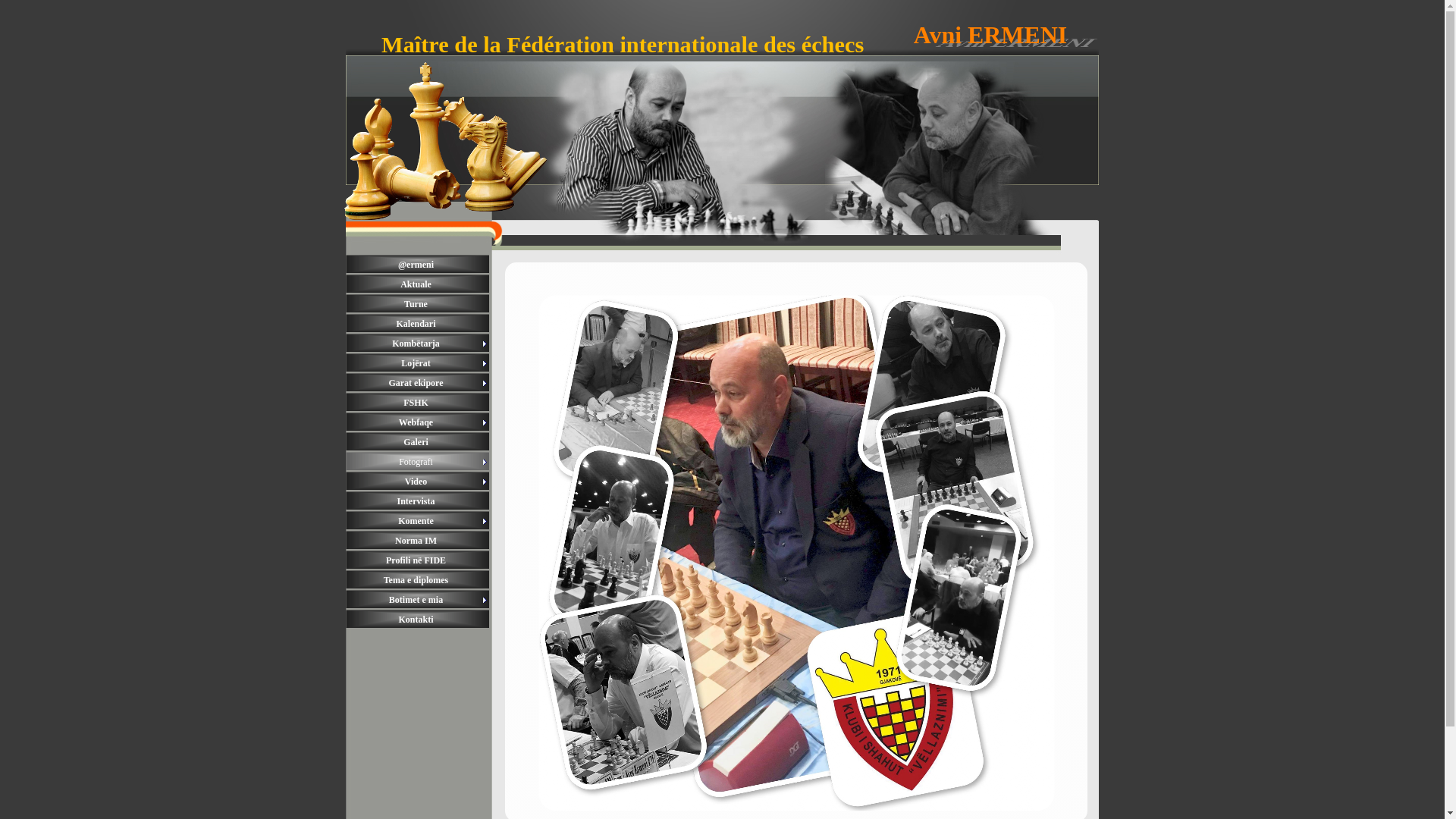 The width and height of the screenshot is (1456, 819). What do you see at coordinates (418, 500) in the screenshot?
I see `'Intervista'` at bounding box center [418, 500].